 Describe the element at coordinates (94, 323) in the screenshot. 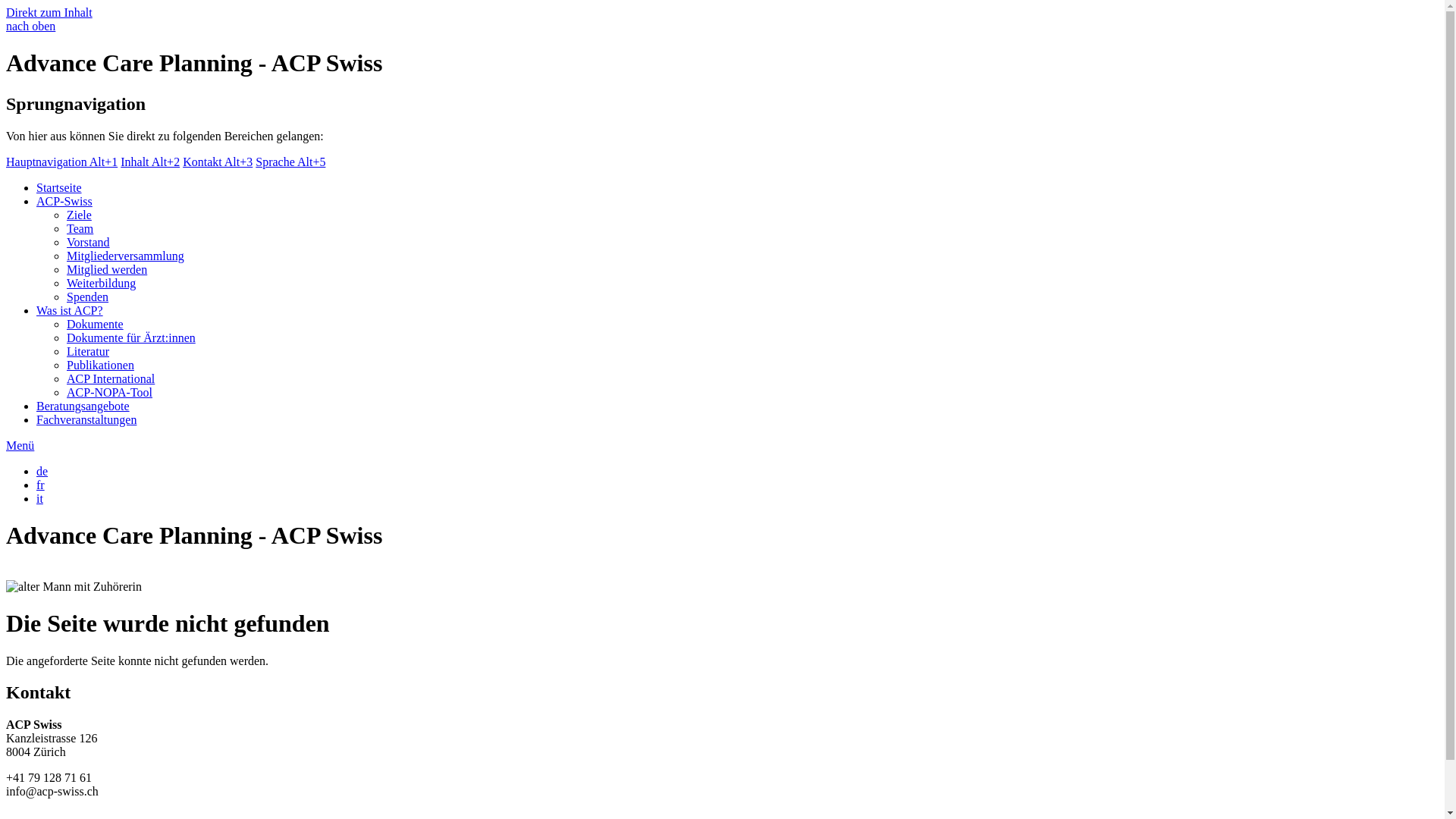

I see `'Dokumente'` at that location.